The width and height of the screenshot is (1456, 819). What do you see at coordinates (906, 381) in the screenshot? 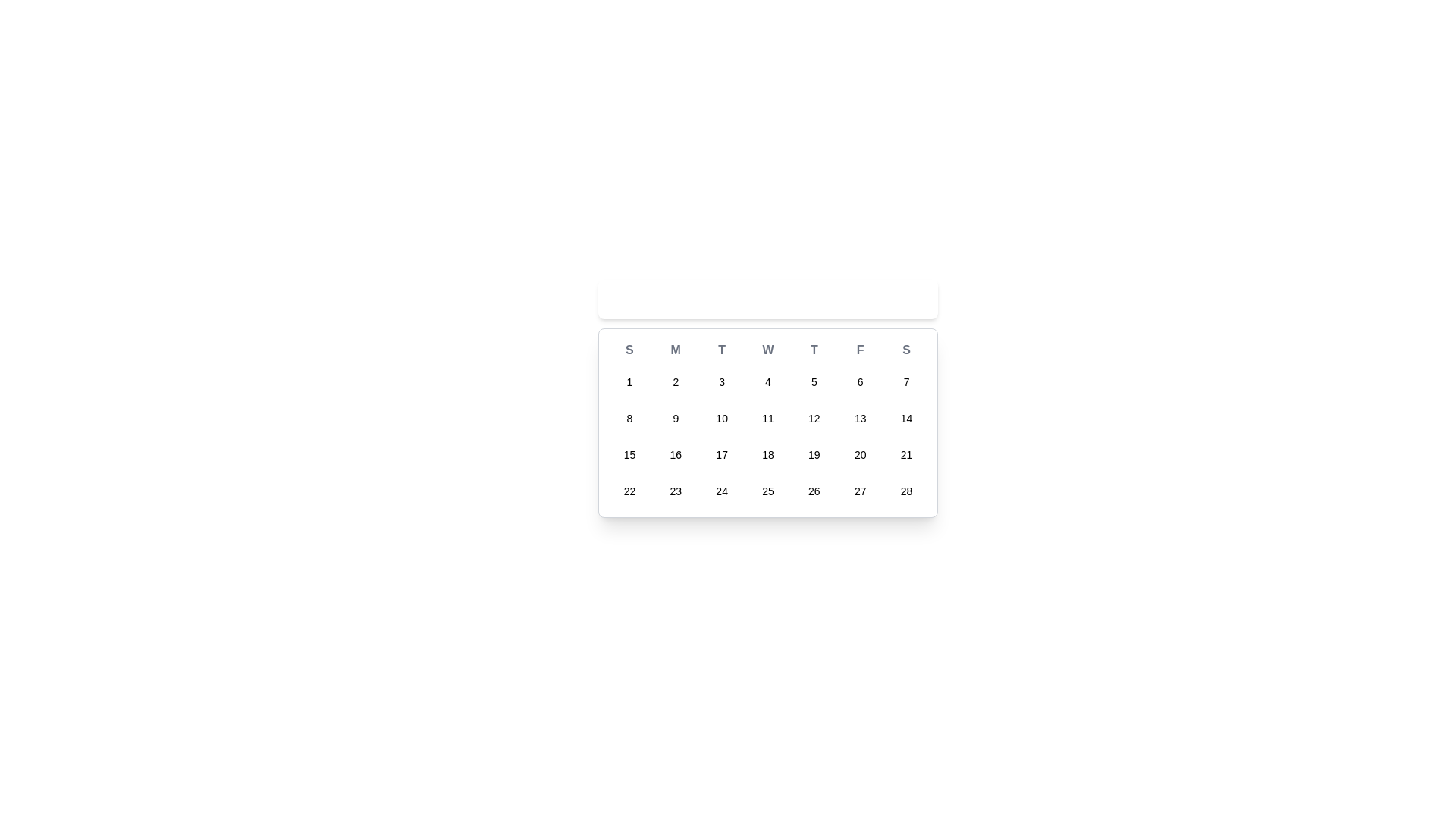
I see `the button displaying the number '7', which is located in the calendar grid under the 'S' weekday header` at bounding box center [906, 381].